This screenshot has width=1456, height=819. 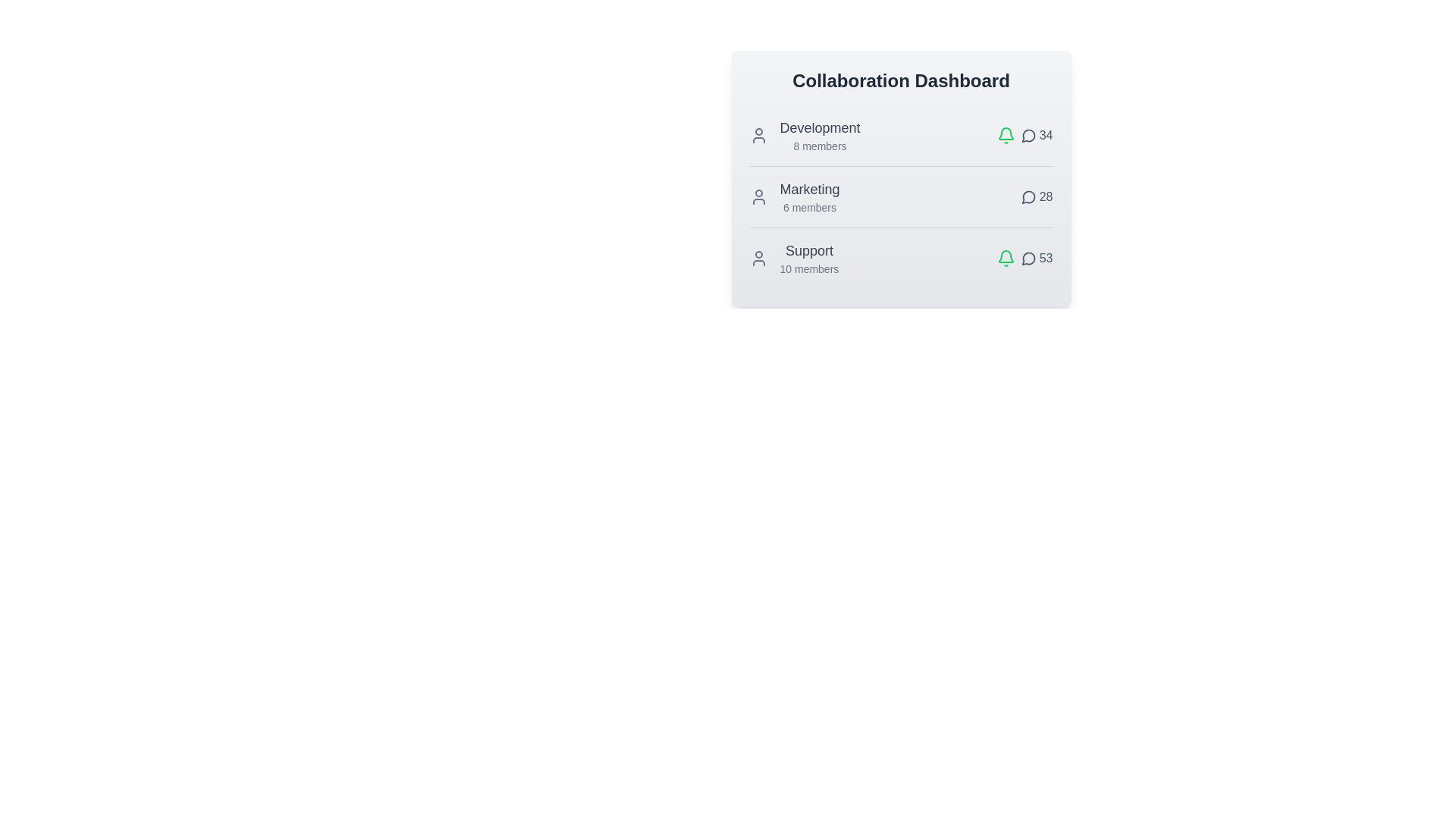 I want to click on the notification bell icon for the team Development, so click(x=1006, y=134).